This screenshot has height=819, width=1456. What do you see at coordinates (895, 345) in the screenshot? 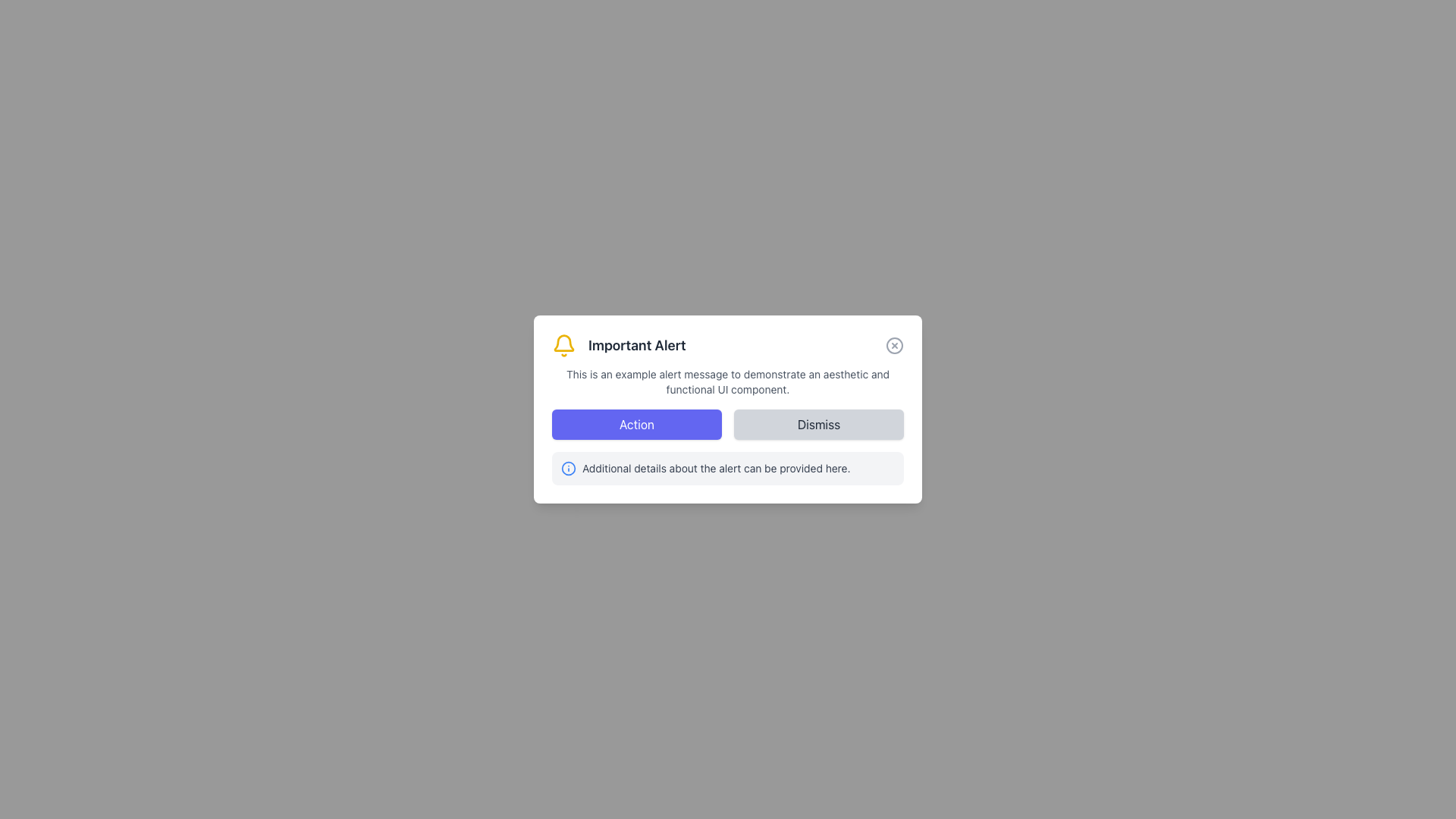
I see `the circular component of the dismiss button within the 'circle-x' icon located in the top-right corner of the alert modal` at bounding box center [895, 345].